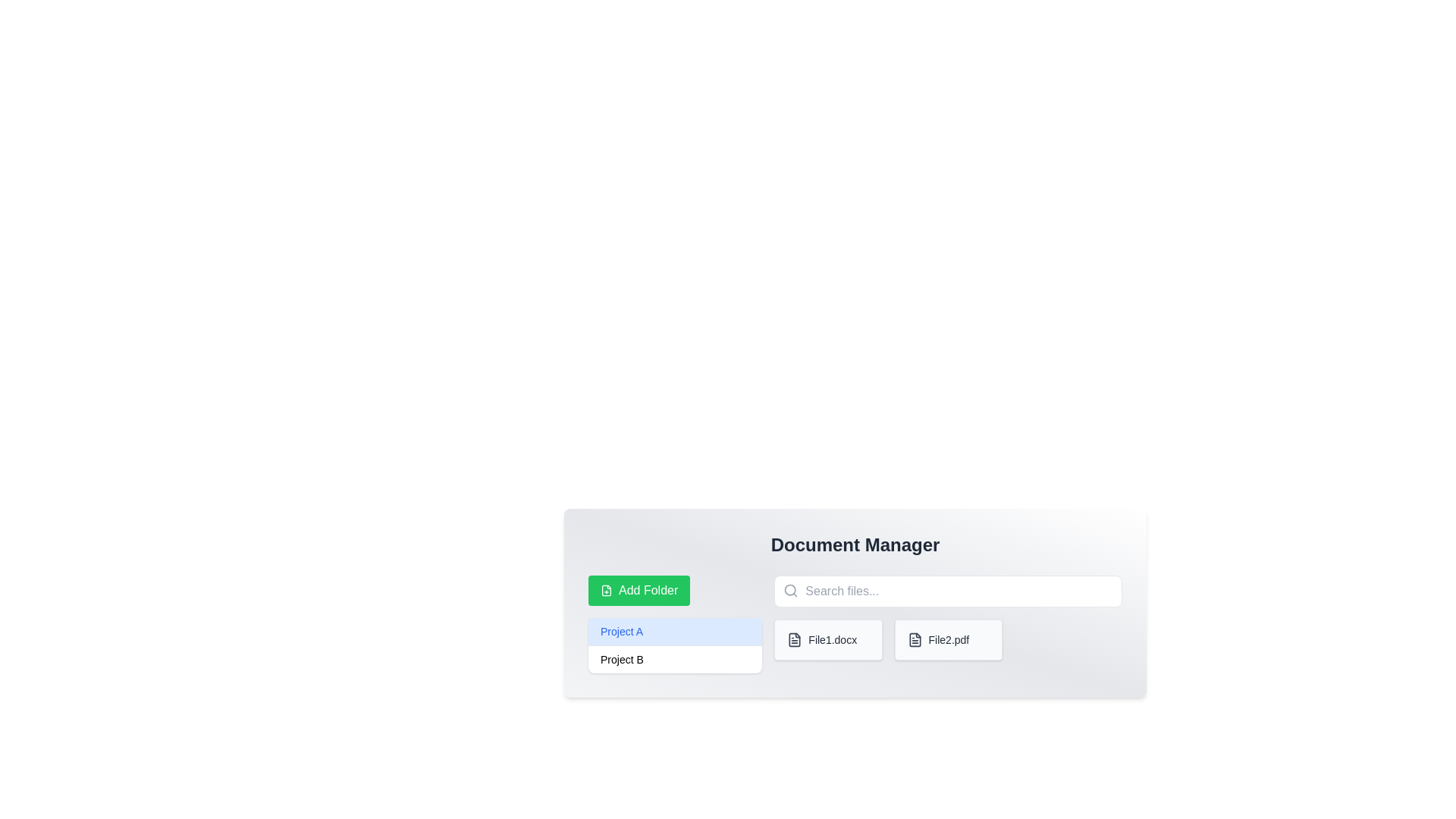  I want to click on the vertical menu component with a white background and rounded corners, located below the 'Add Folder' button, so click(674, 645).